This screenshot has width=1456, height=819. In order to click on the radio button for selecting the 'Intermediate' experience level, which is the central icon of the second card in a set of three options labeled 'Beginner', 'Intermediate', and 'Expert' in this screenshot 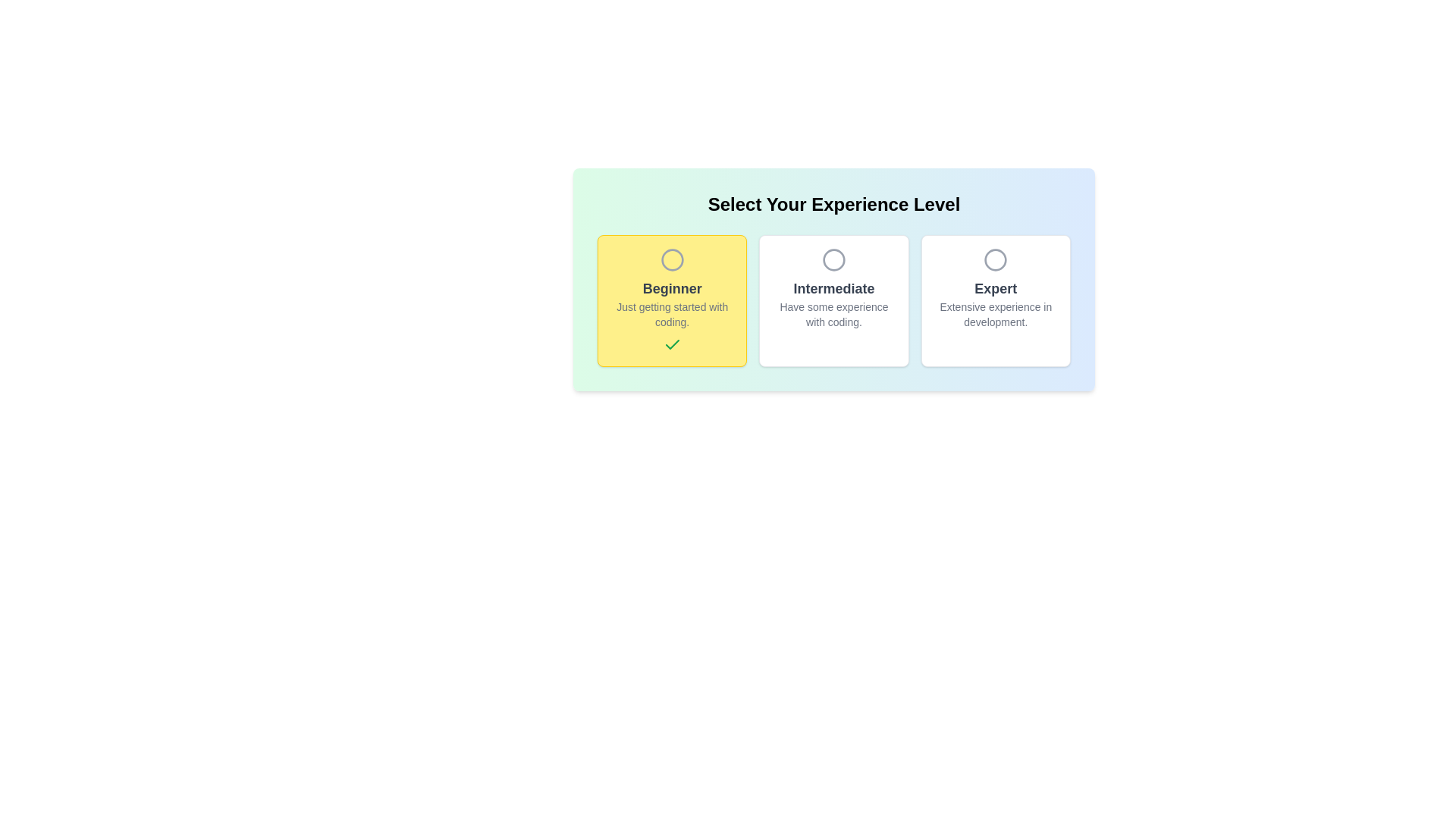, I will do `click(833, 259)`.